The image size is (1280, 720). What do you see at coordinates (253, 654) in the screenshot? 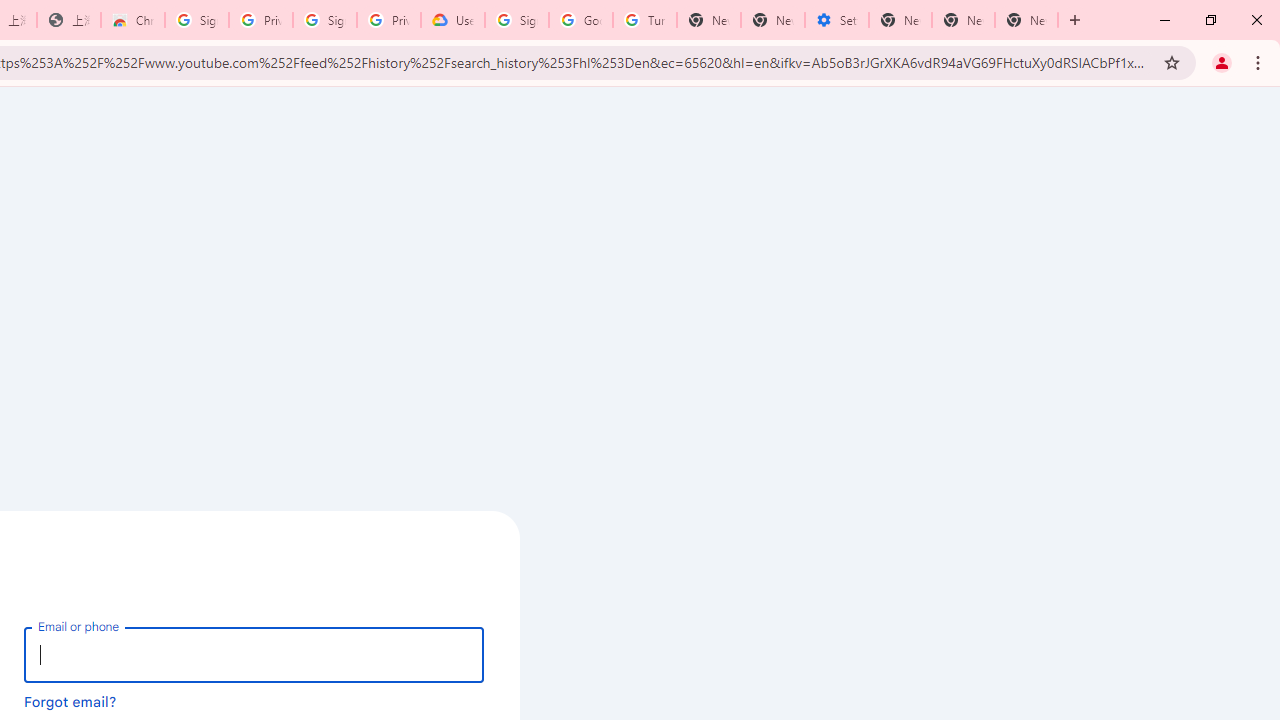
I see `'Email or phone'` at bounding box center [253, 654].